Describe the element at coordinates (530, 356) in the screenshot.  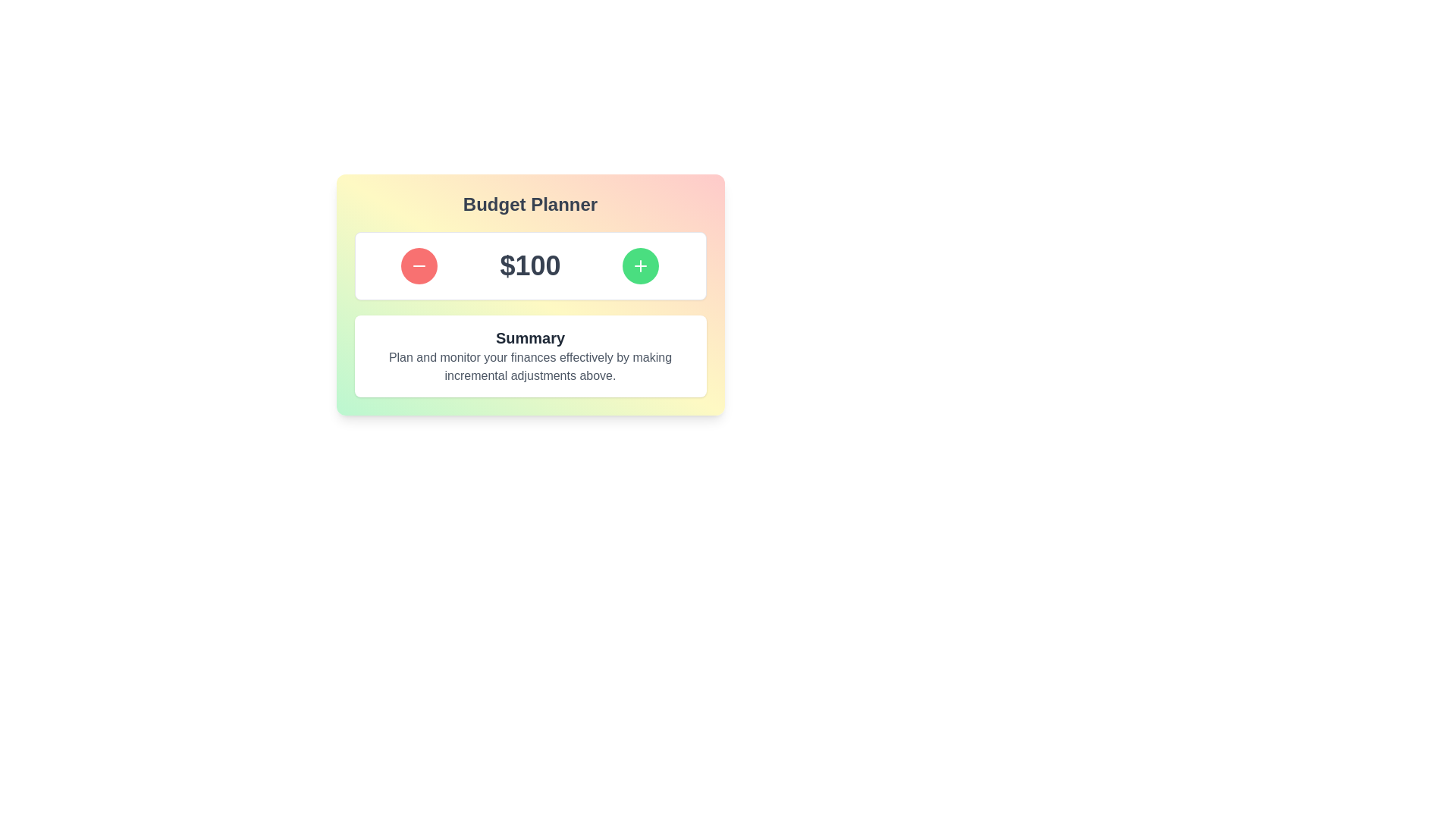
I see `the Informational card titled 'Summary', which features a bold header and descriptive text, located below the '$100' balance display in the 'Budget Planner' card` at that location.